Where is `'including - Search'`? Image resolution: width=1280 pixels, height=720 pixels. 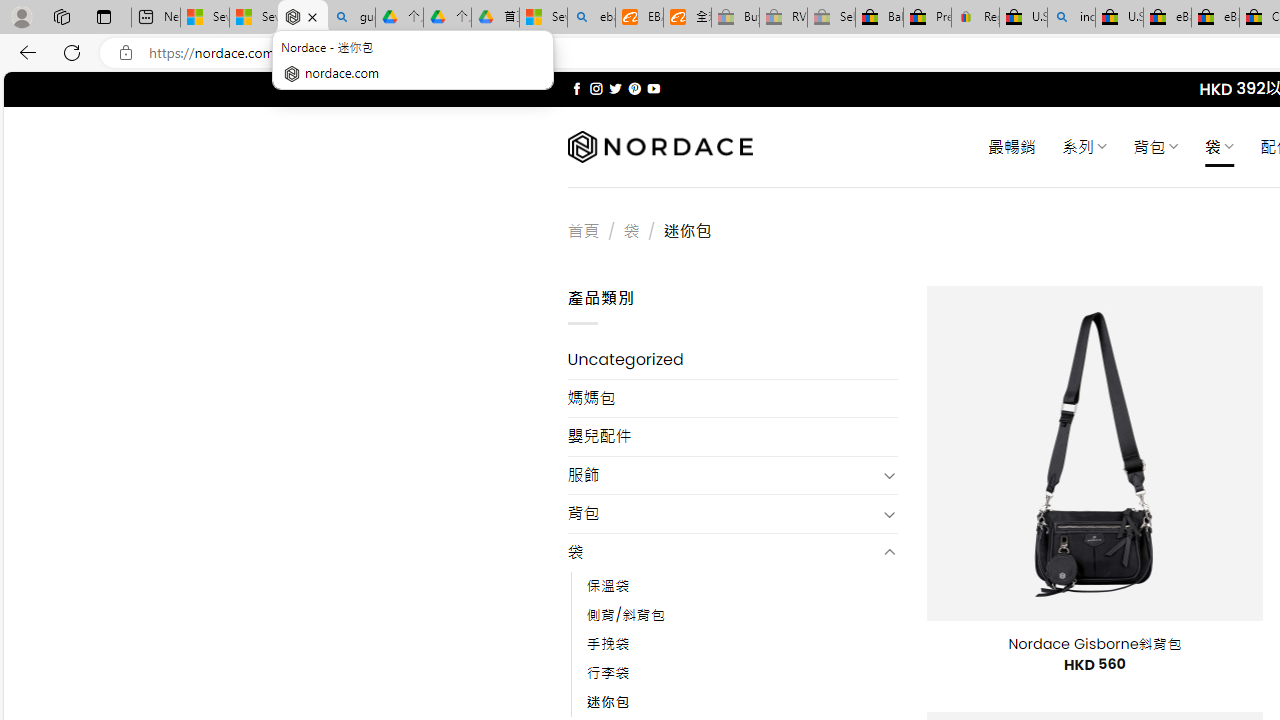
'including - Search' is located at coordinates (1070, 17).